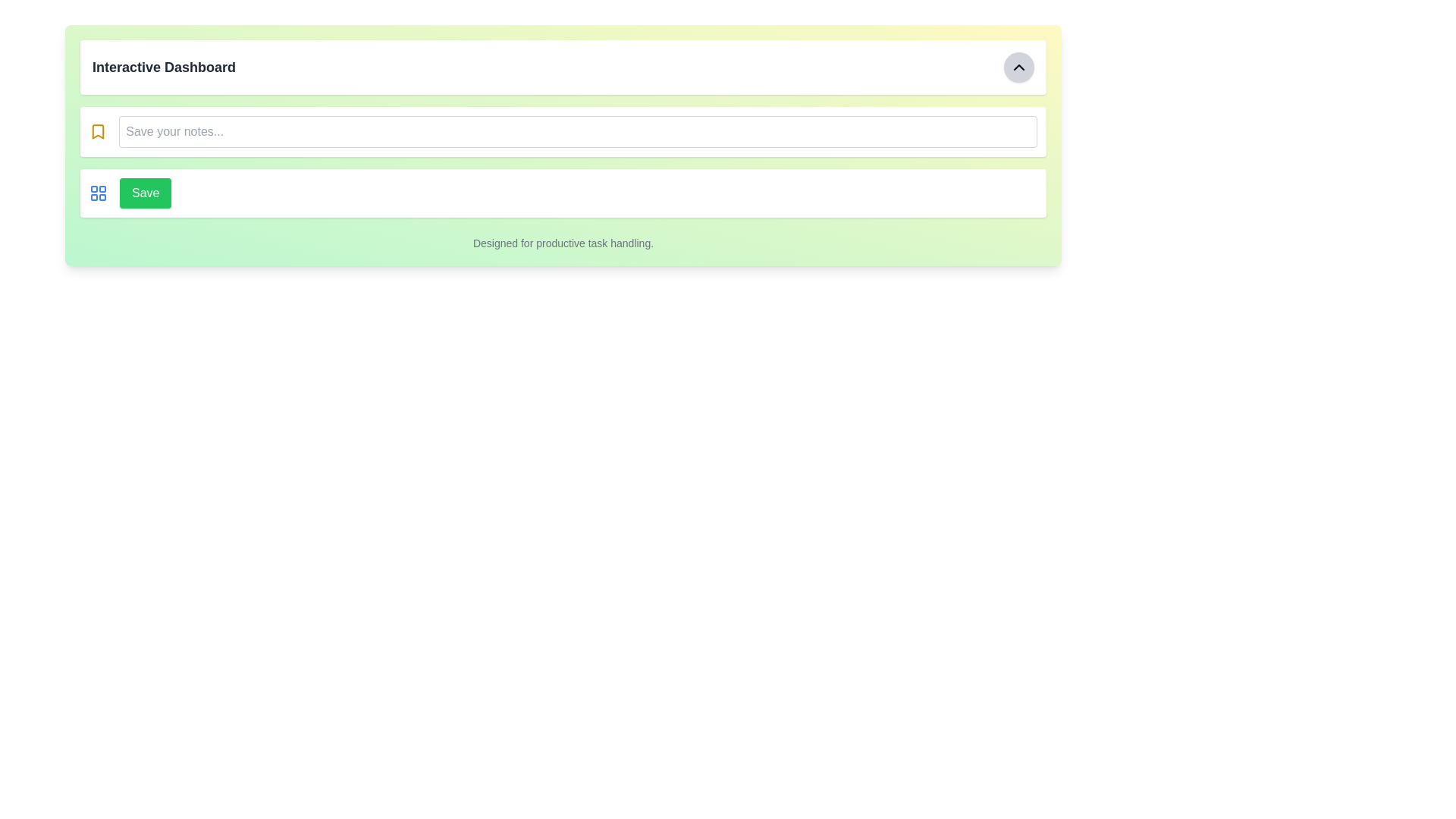 This screenshot has height=819, width=1456. Describe the element at coordinates (97, 130) in the screenshot. I see `the small, vibrant yellow bookmark icon located on the left side of the text input field labeled 'Save your notes...'` at that location.